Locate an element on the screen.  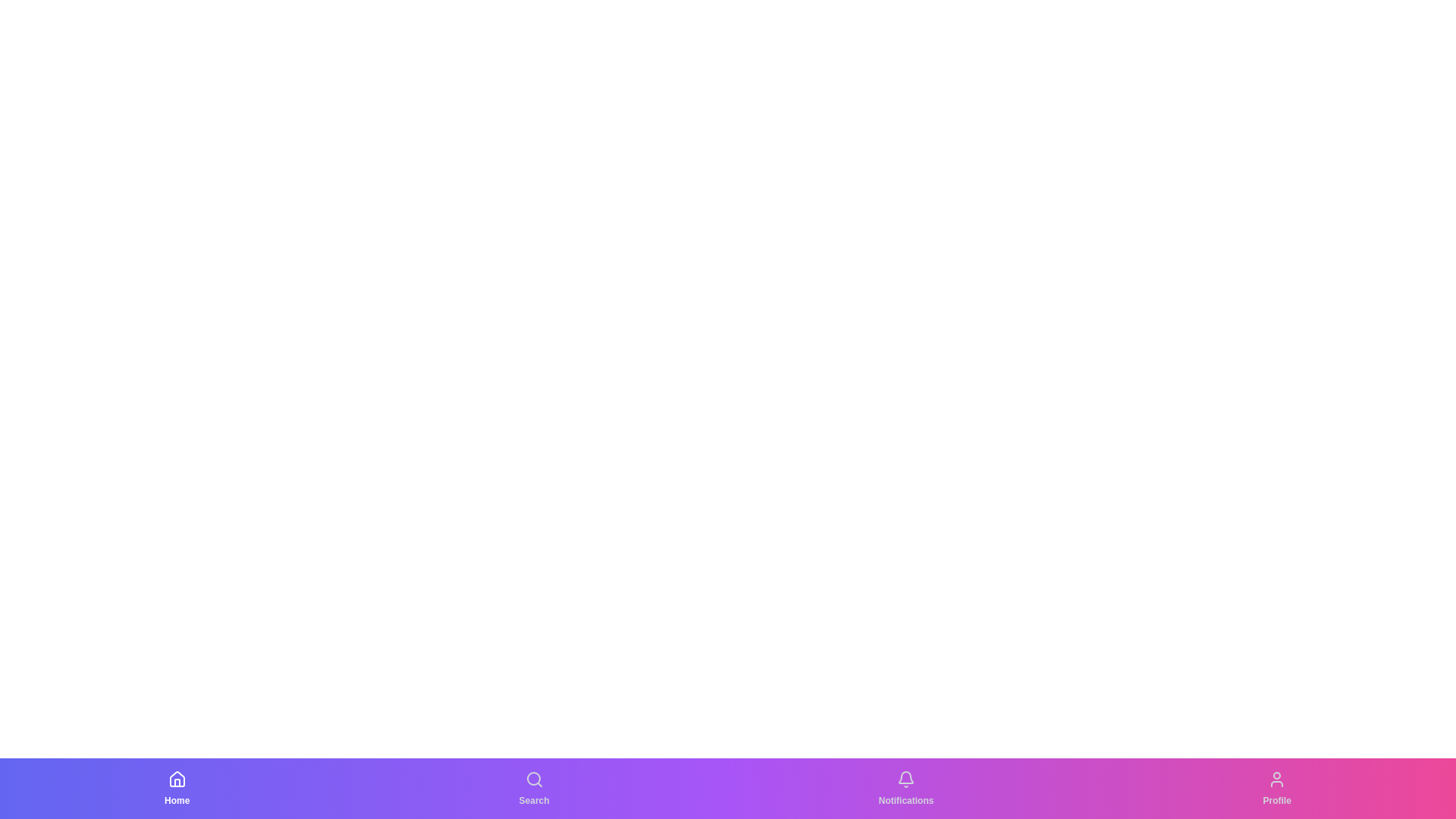
the tab labeled Notifications to view its tooltip is located at coordinates (906, 788).